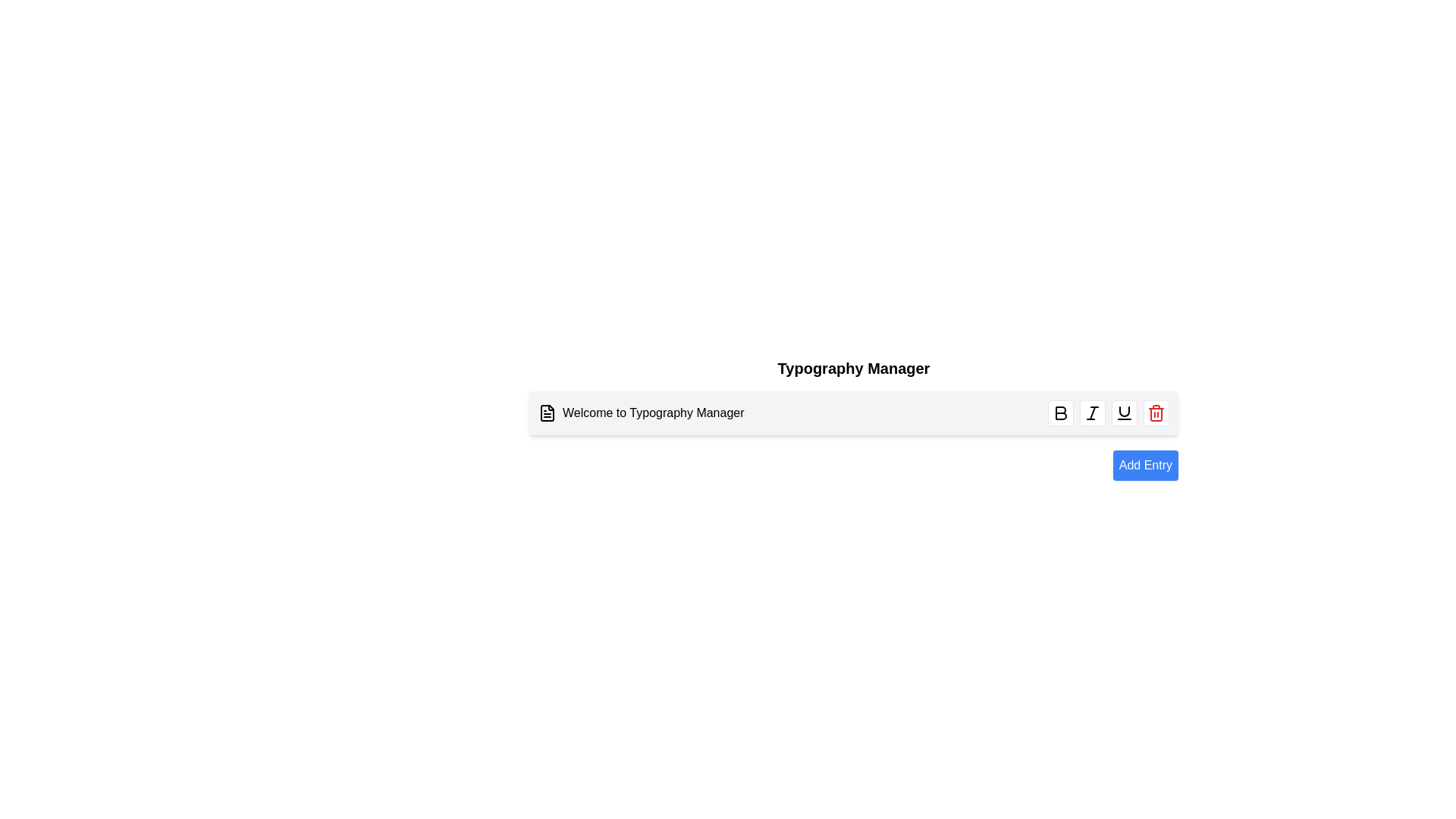 The image size is (1456, 819). Describe the element at coordinates (1156, 413) in the screenshot. I see `the Trash Icon located at the far right of the toolbar` at that location.